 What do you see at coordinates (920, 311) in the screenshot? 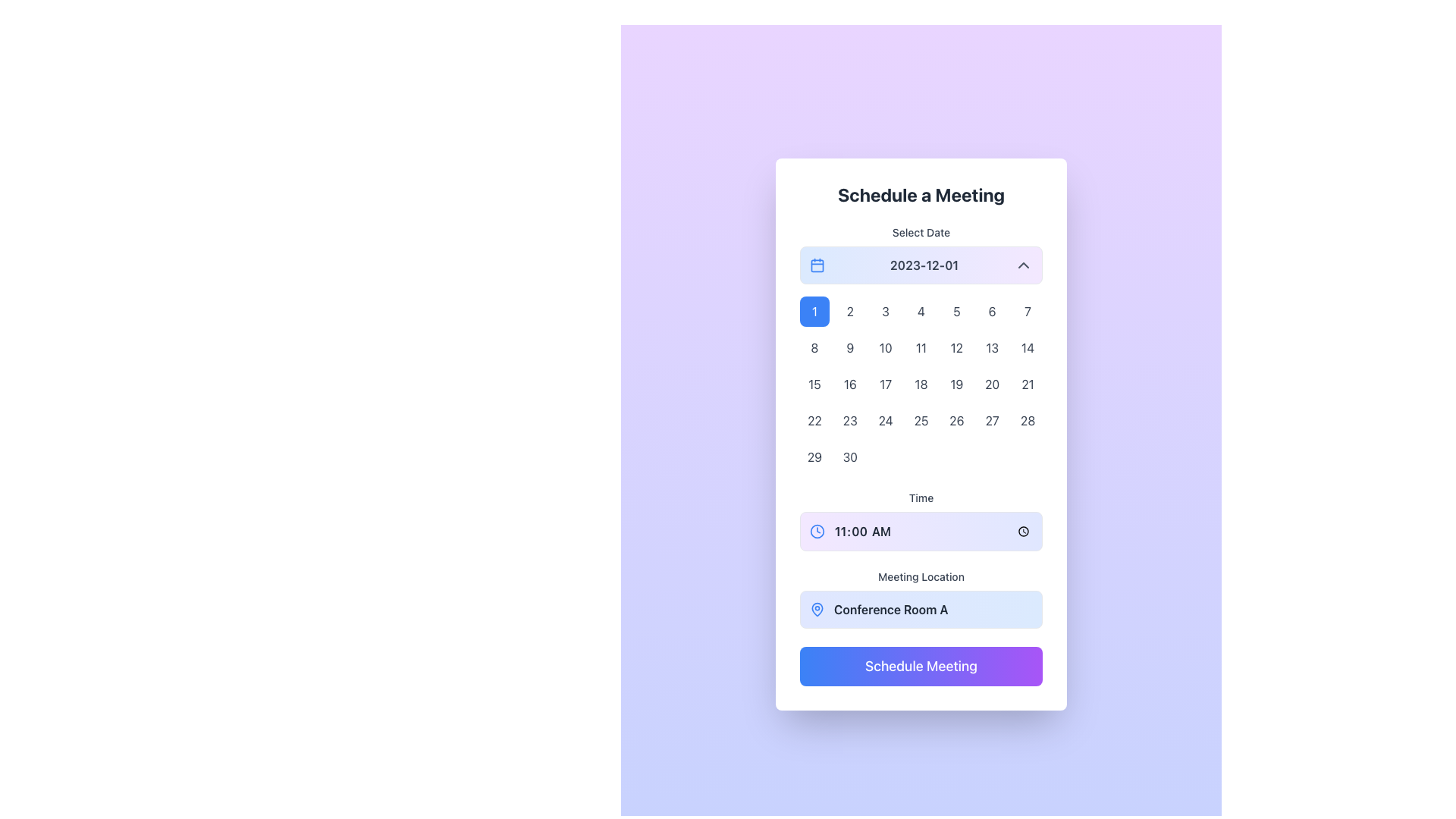
I see `the button displaying the number '4' in the calendar grid` at bounding box center [920, 311].